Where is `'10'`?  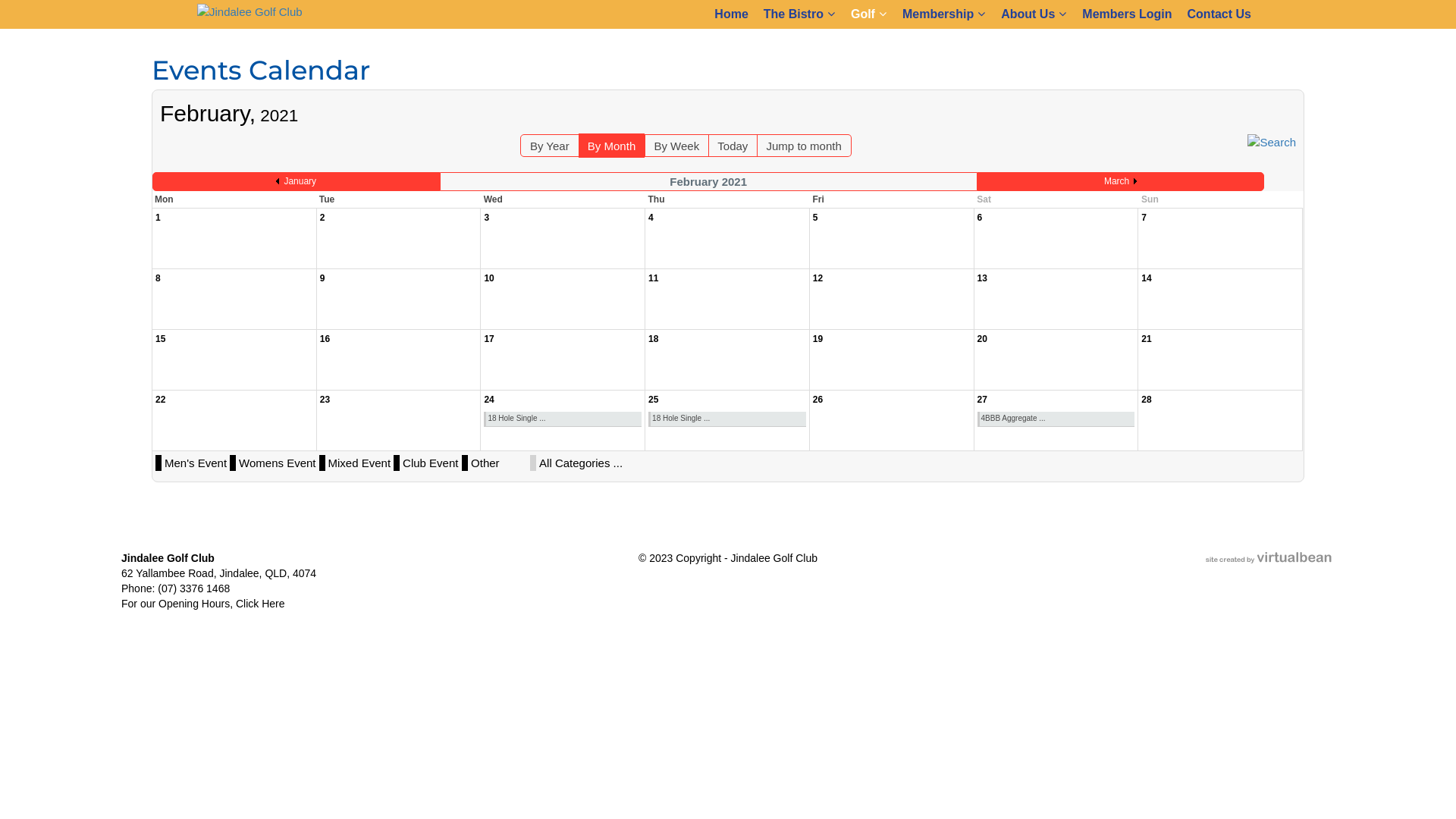 '10' is located at coordinates (488, 278).